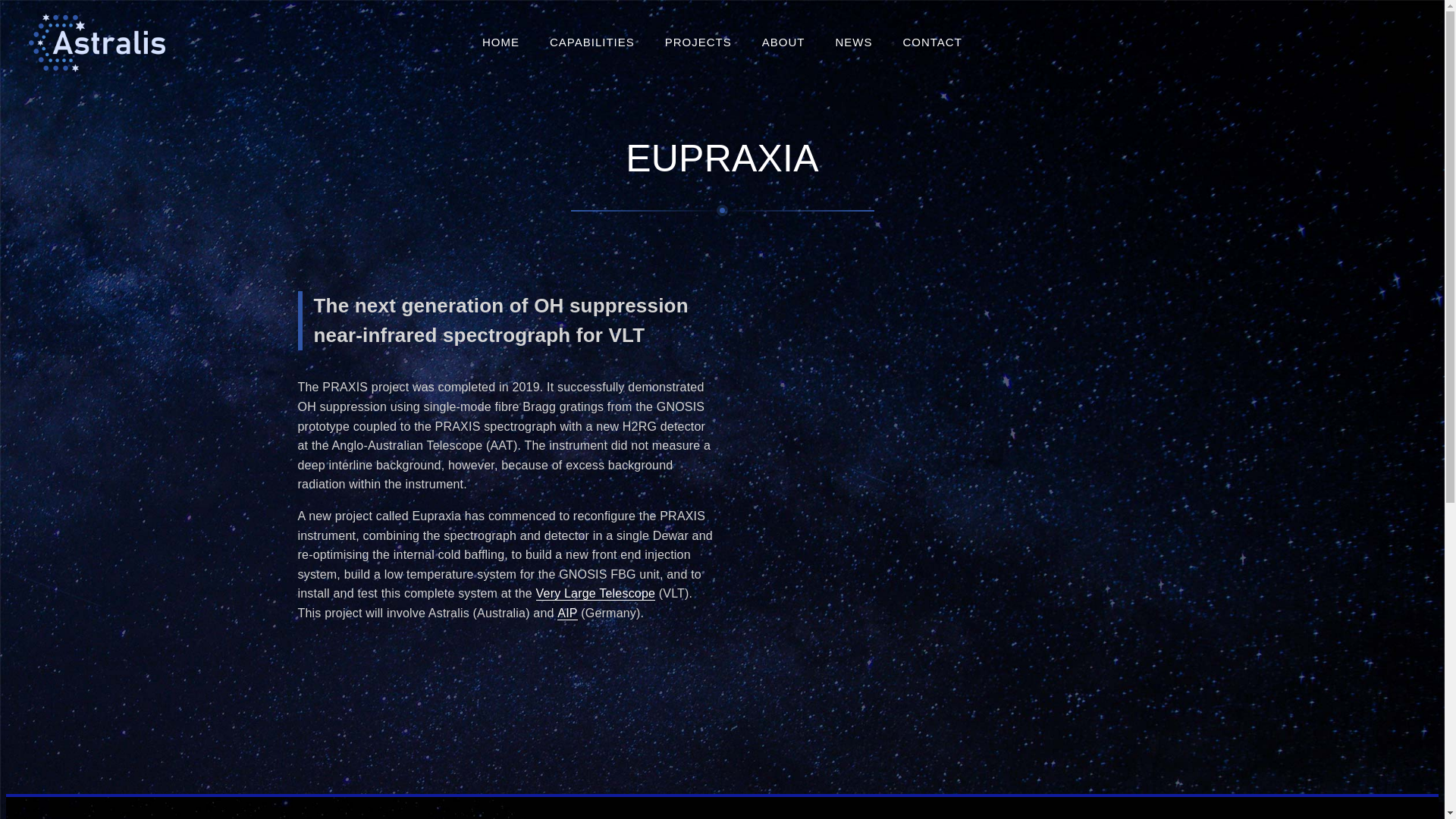 This screenshot has width=1456, height=819. I want to click on 'NEWS', so click(853, 42).